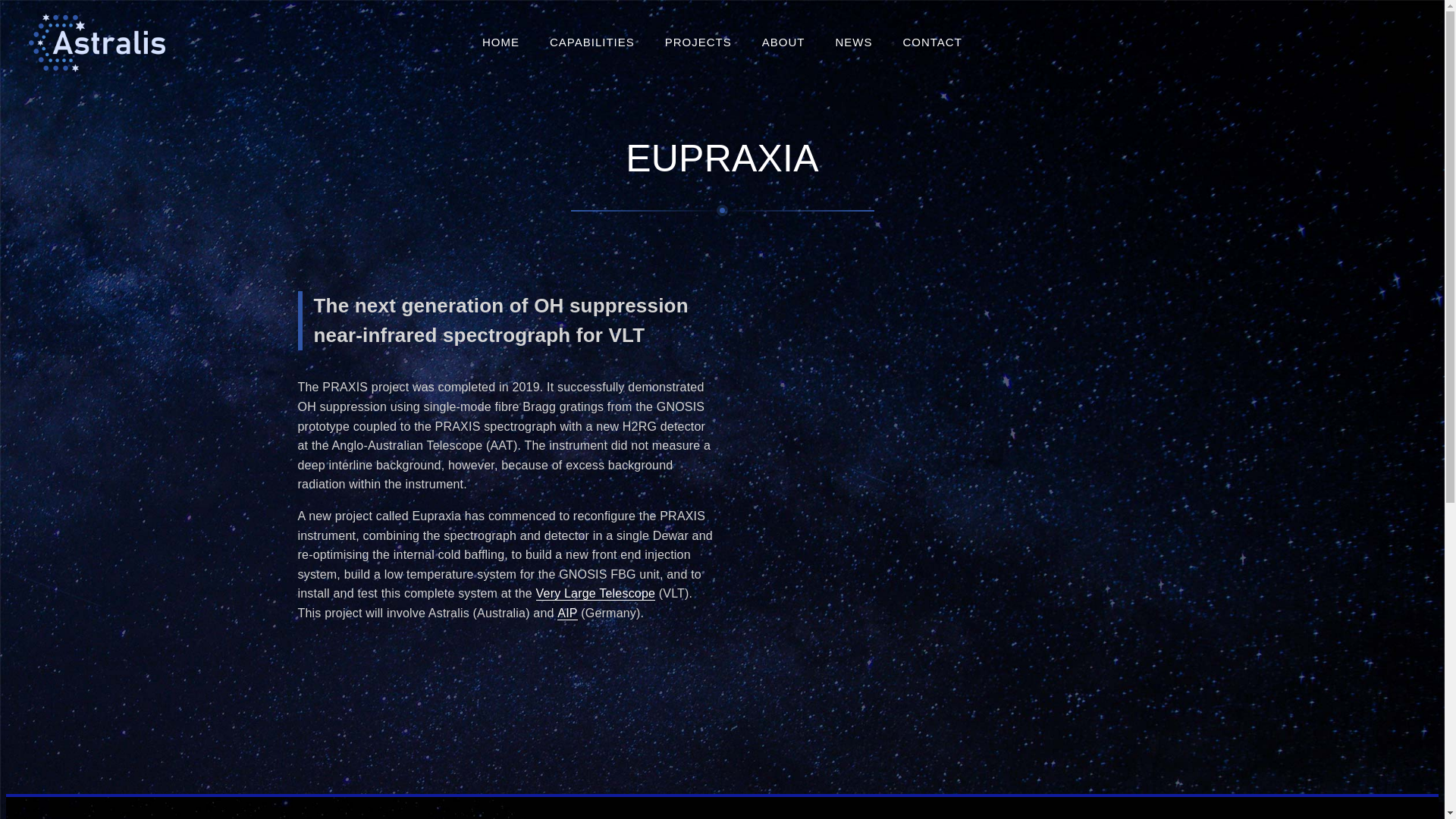 This screenshot has width=1456, height=819. I want to click on 'NEWS', so click(853, 42).